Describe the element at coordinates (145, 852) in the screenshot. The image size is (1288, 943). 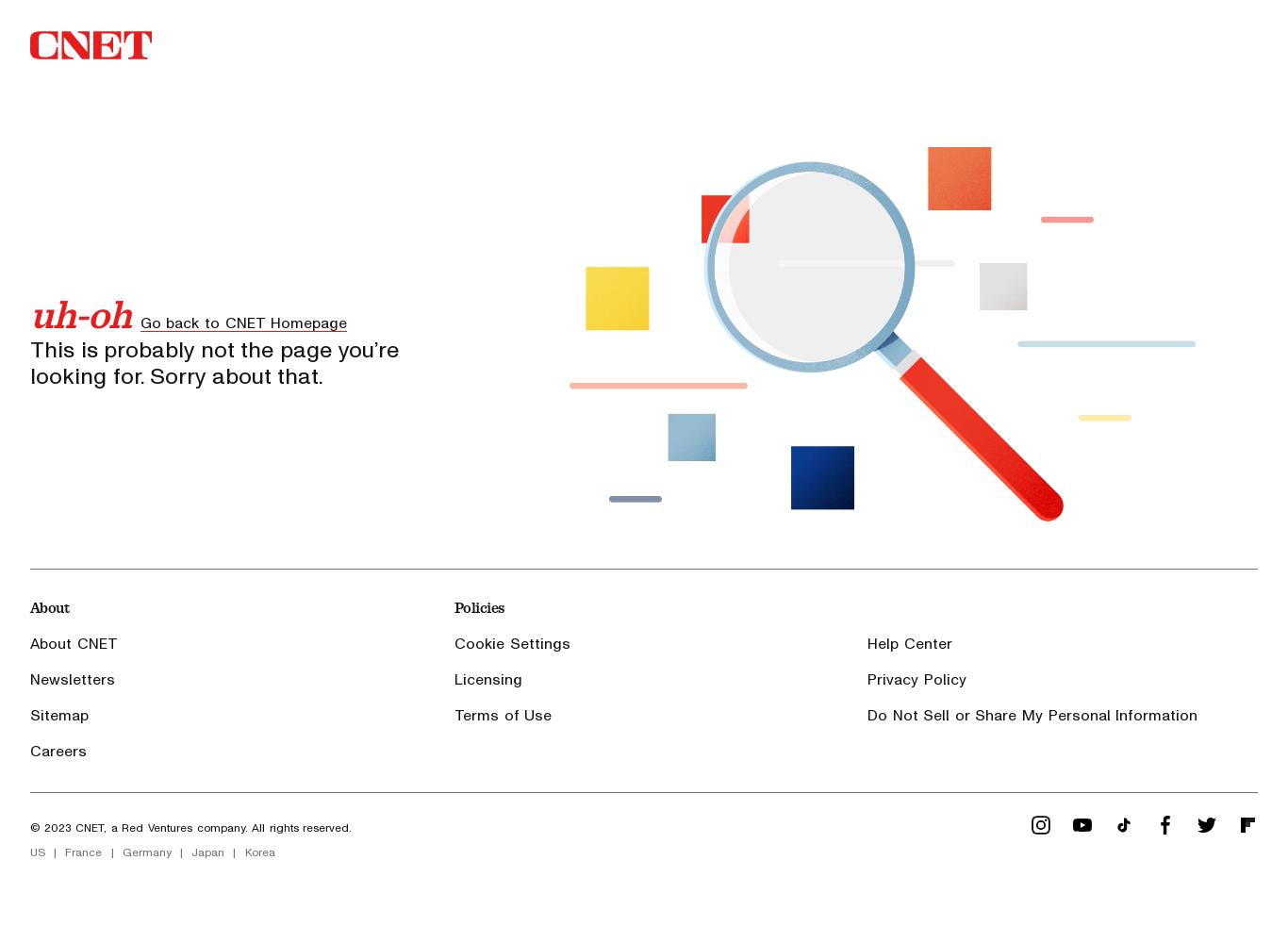
I see `'Germany'` at that location.